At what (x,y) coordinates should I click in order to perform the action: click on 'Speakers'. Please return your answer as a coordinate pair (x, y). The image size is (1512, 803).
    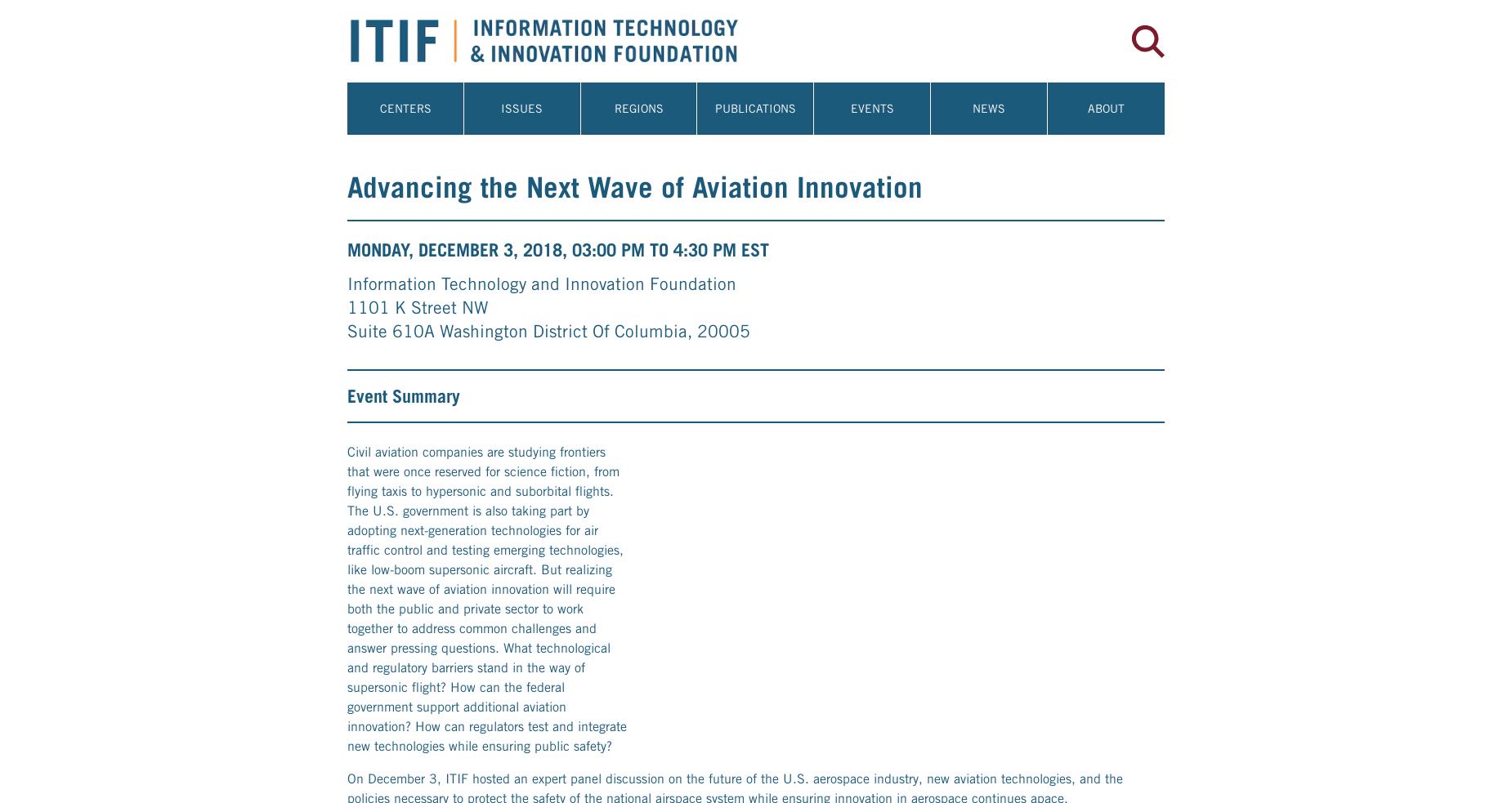
    Looking at the image, I should click on (381, 624).